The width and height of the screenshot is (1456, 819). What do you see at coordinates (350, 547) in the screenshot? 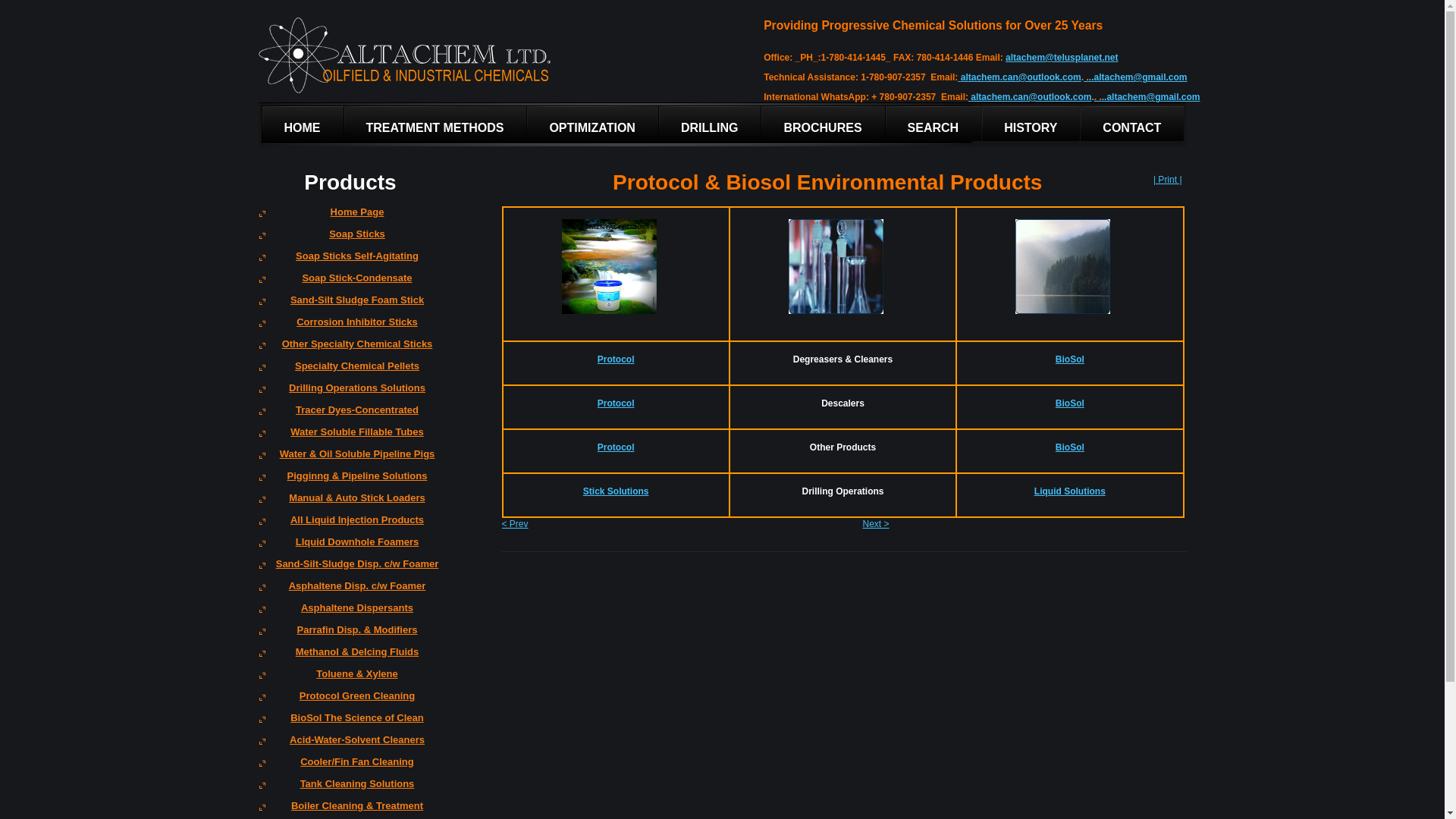
I see `'LIquid Downhole Foamers'` at bounding box center [350, 547].